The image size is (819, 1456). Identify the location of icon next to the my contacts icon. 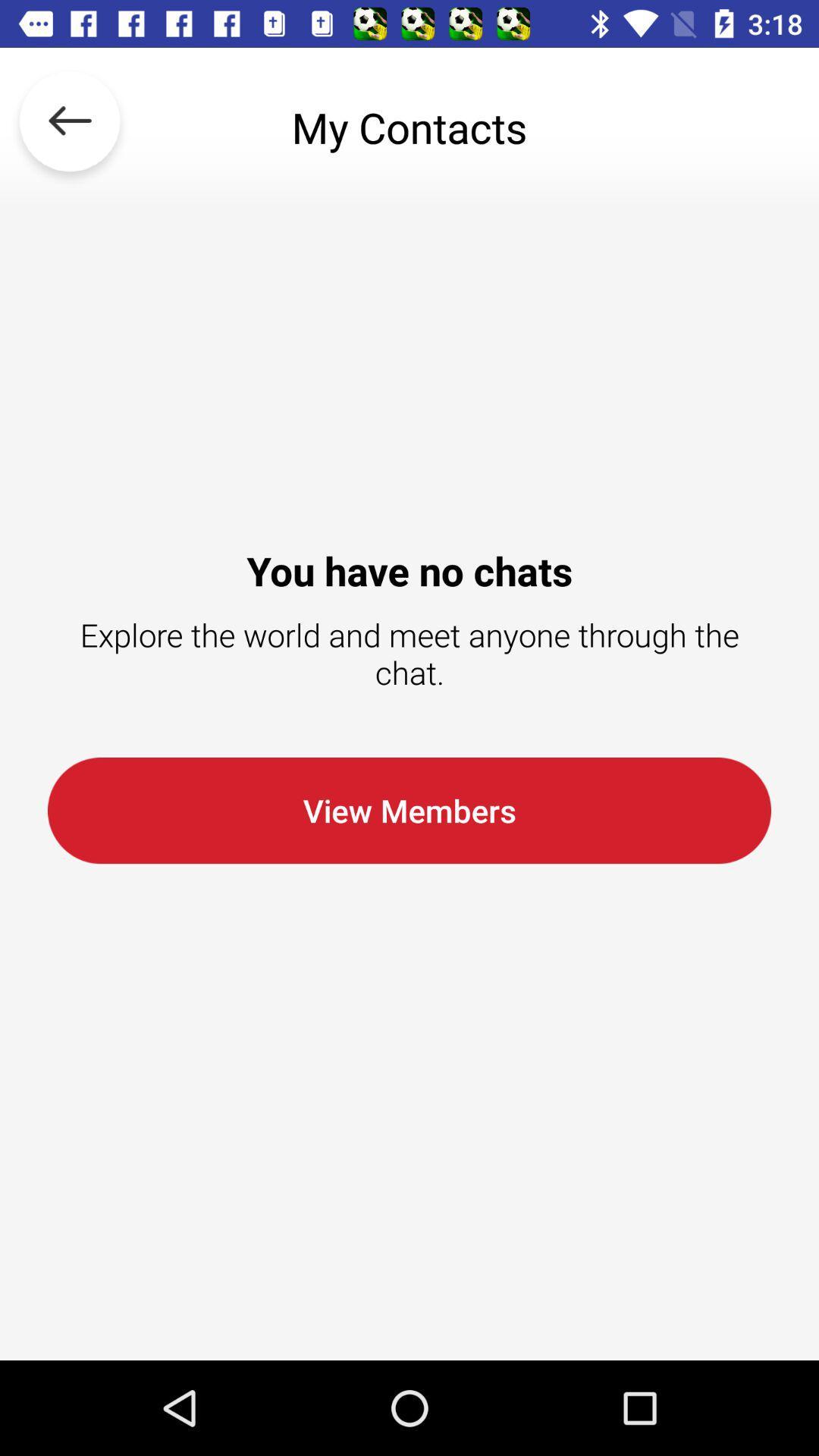
(70, 127).